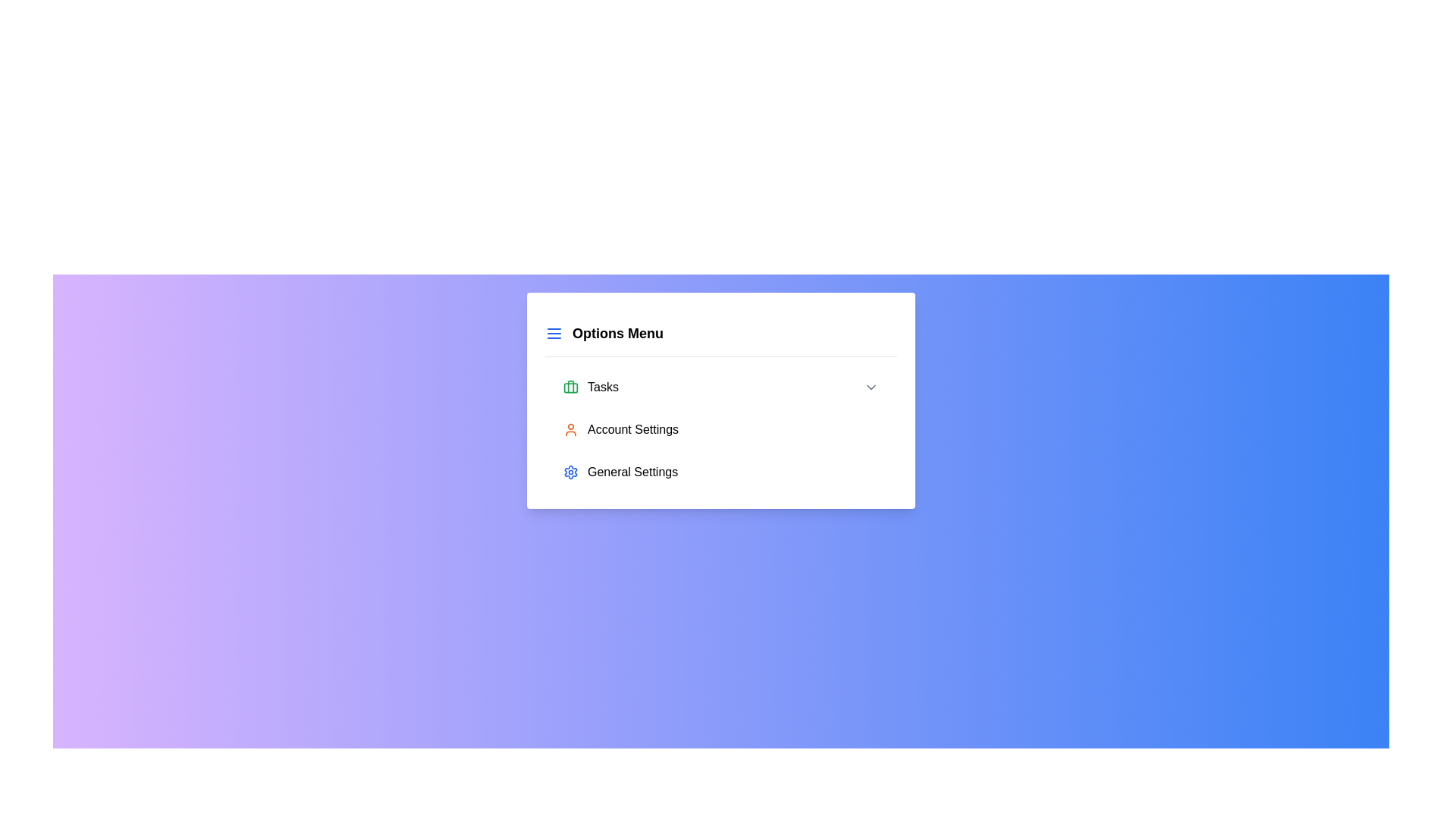 The width and height of the screenshot is (1456, 819). What do you see at coordinates (720, 430) in the screenshot?
I see `the second menu item in the navigation list, which is positioned below the 'Tasks' item and above the 'General Settings' item` at bounding box center [720, 430].